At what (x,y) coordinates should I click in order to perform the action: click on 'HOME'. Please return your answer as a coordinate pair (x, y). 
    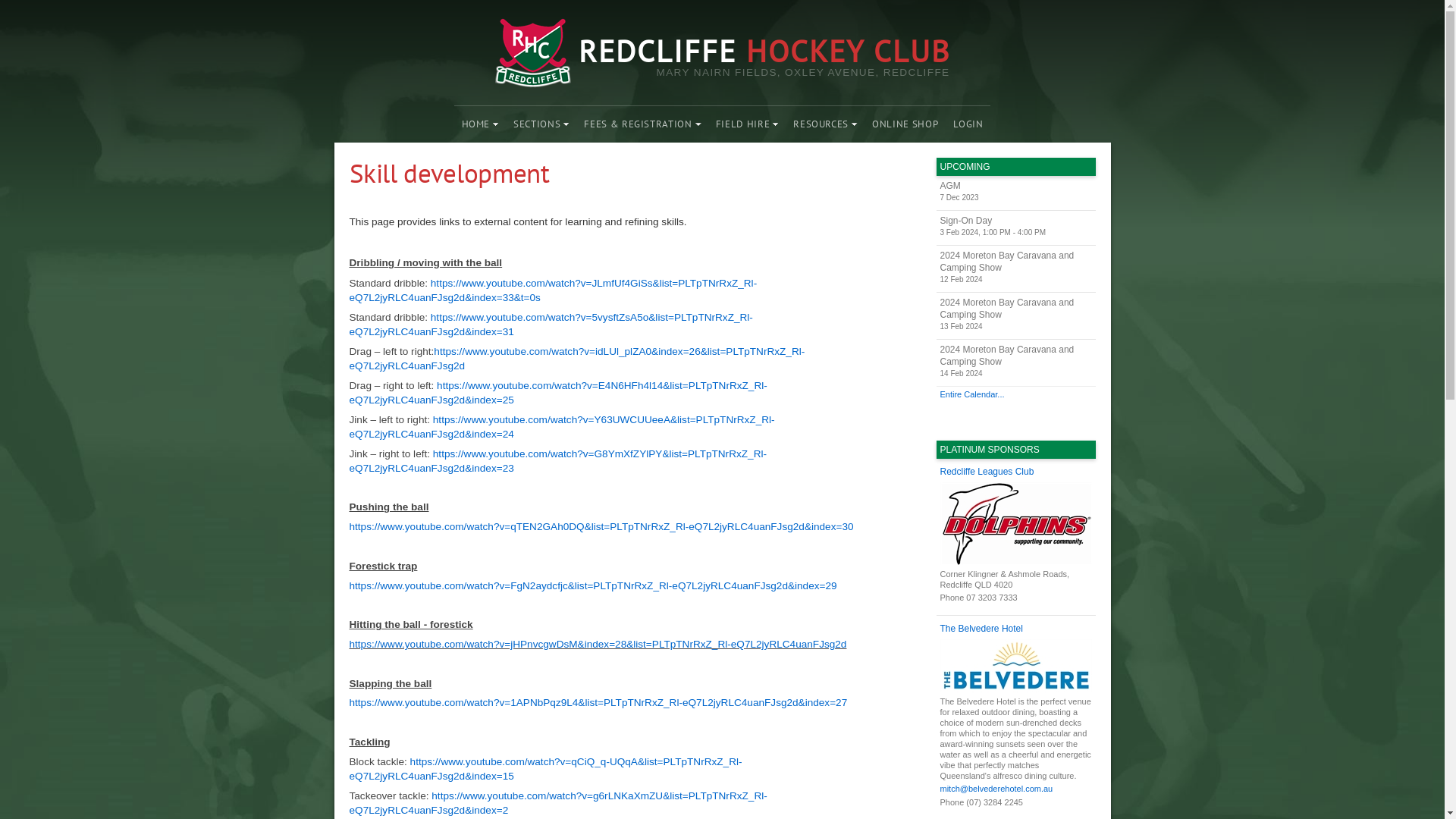
    Looking at the image, I should click on (479, 124).